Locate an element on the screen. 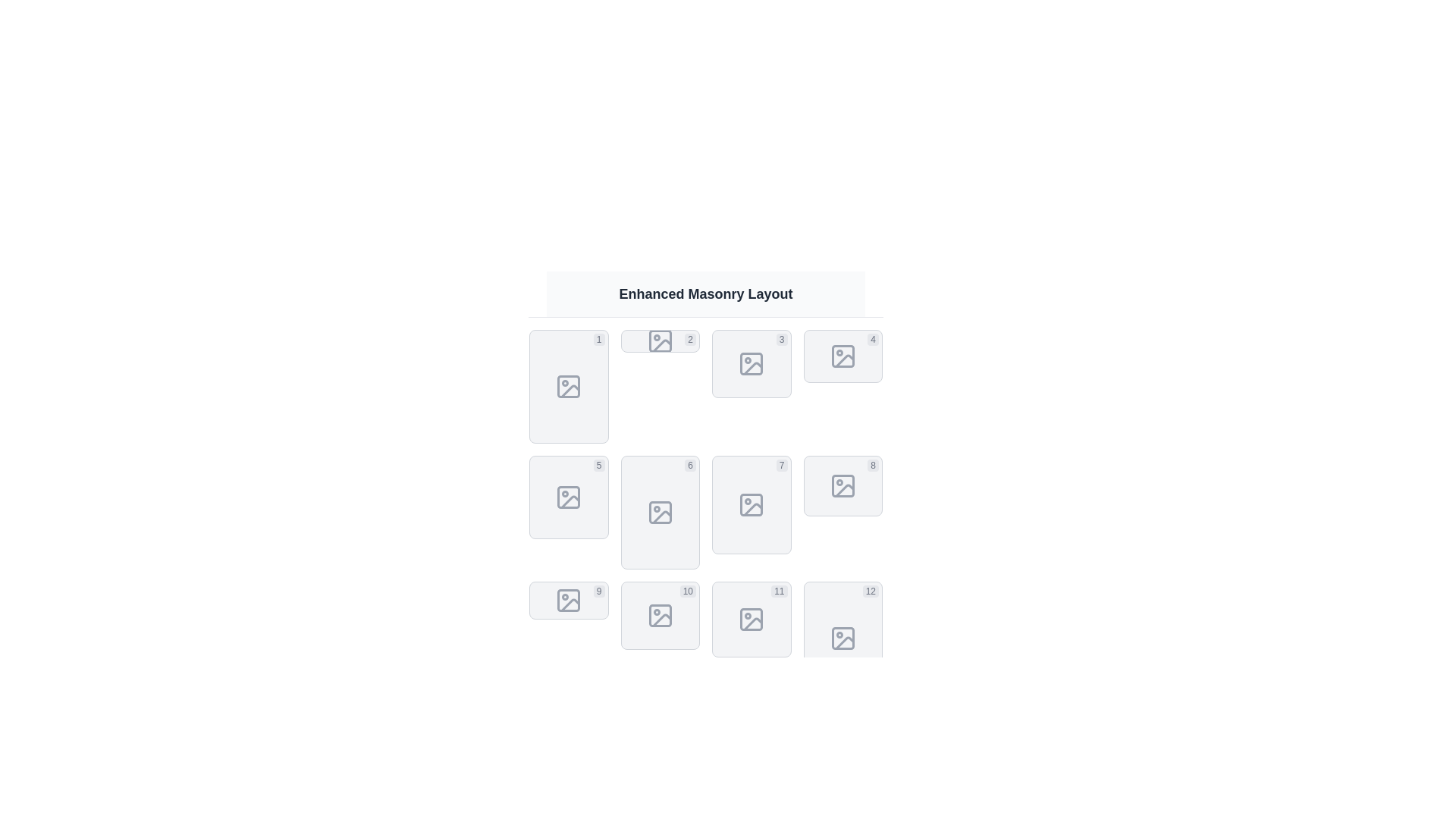  the static text label indicating the number 5 located in the top-right corner of the second card in the grid layout is located at coordinates (598, 464).